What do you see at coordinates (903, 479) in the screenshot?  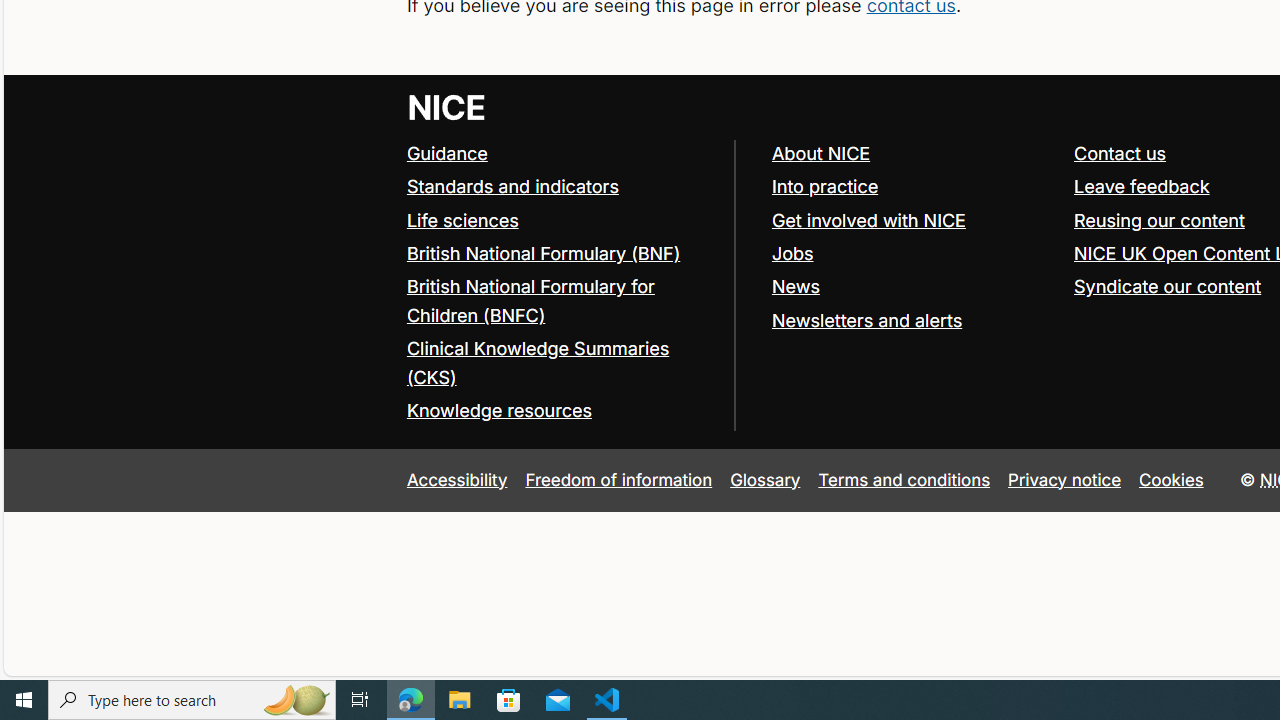 I see `'Terms and conditions'` at bounding box center [903, 479].